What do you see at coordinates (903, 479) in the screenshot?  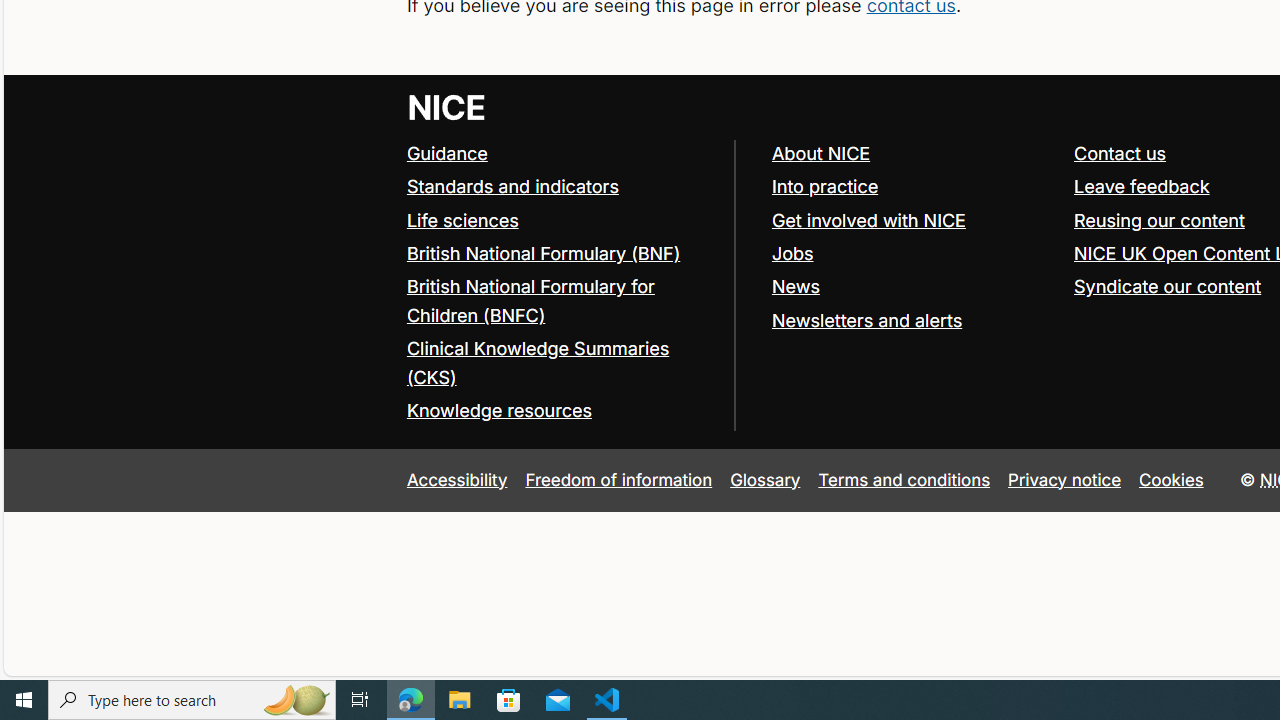 I see `'Terms and conditions'` at bounding box center [903, 479].